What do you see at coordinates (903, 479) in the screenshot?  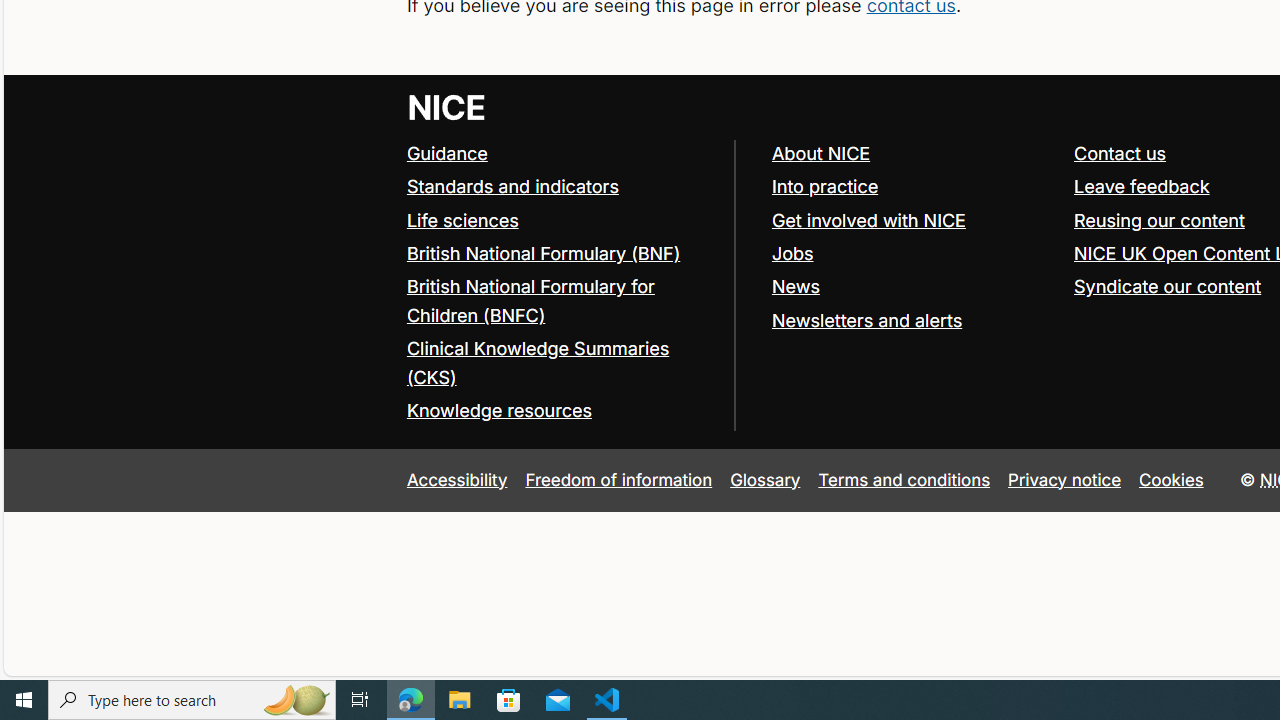 I see `'Terms and conditions'` at bounding box center [903, 479].